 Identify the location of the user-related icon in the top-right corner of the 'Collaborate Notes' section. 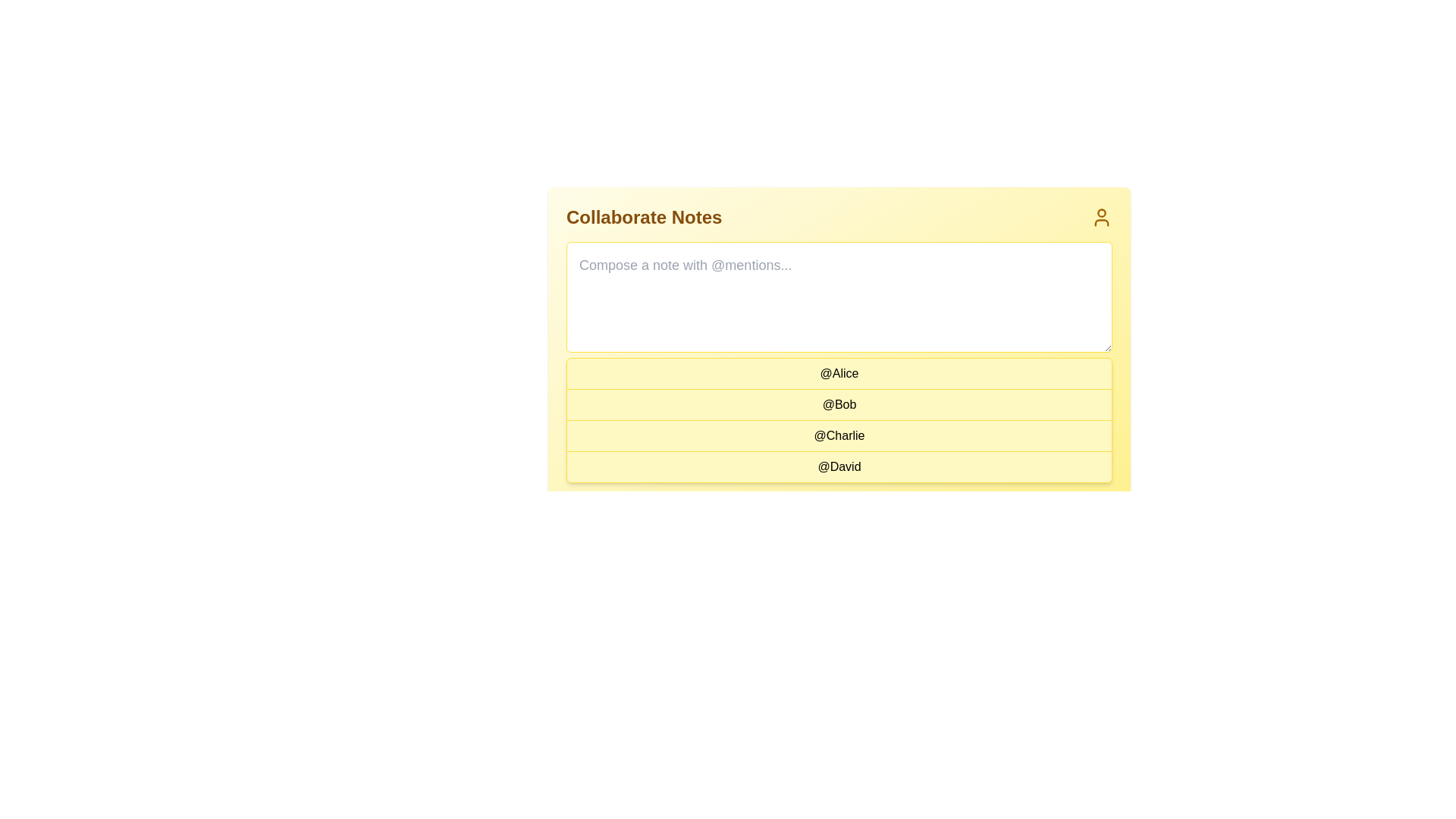
(1102, 217).